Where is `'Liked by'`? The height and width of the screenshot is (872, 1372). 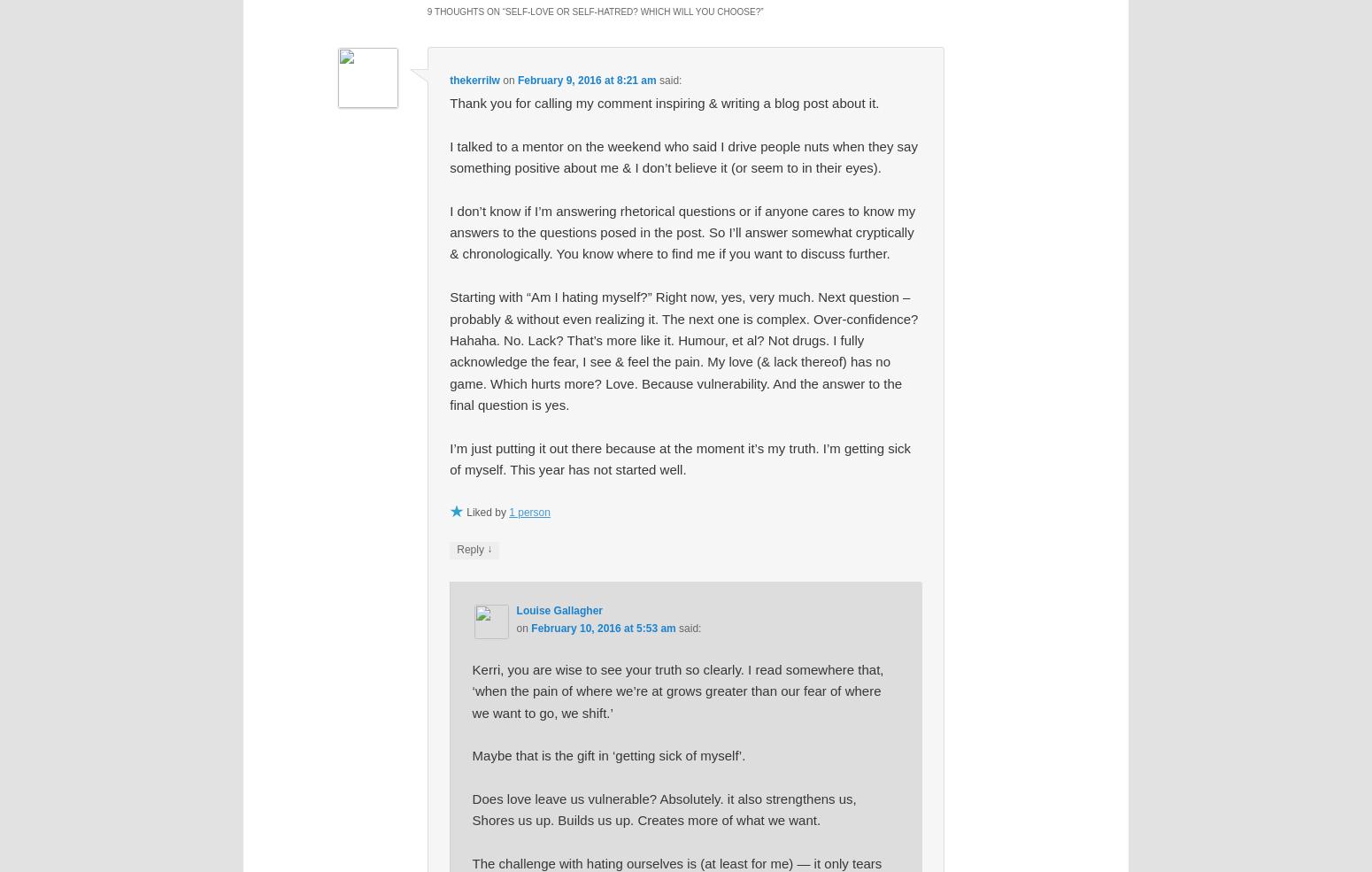 'Liked by' is located at coordinates (488, 511).